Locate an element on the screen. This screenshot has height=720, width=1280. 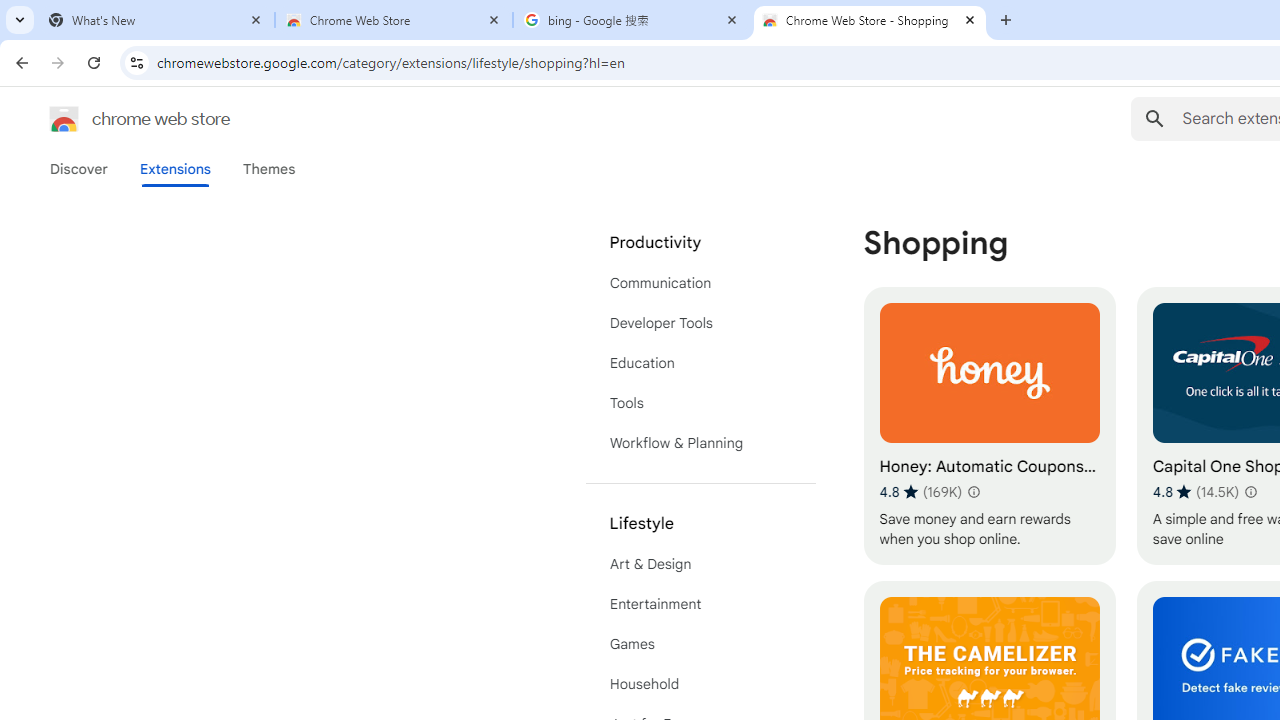
'Entertainment' is located at coordinates (700, 603).